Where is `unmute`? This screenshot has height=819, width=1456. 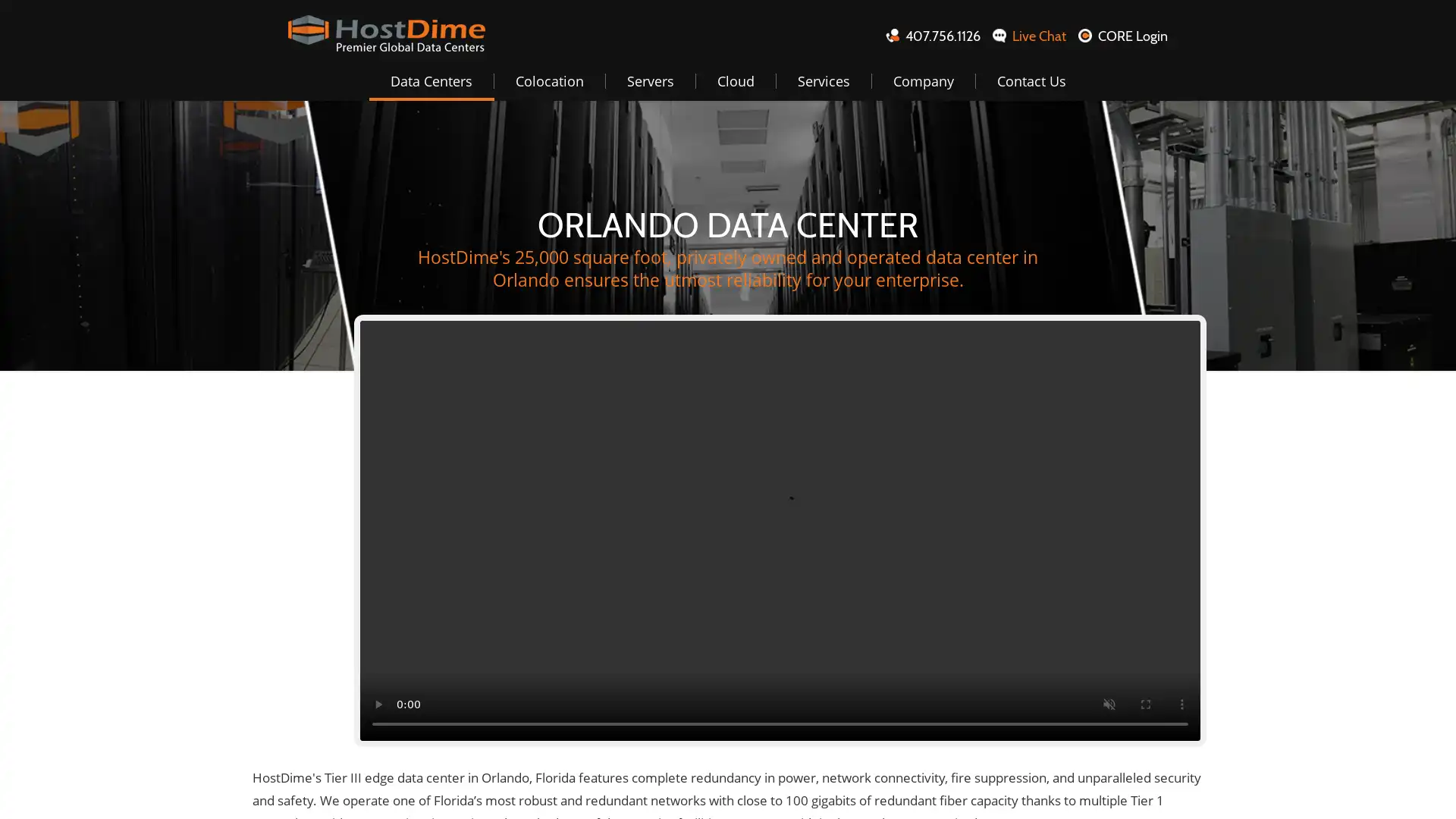
unmute is located at coordinates (1109, 704).